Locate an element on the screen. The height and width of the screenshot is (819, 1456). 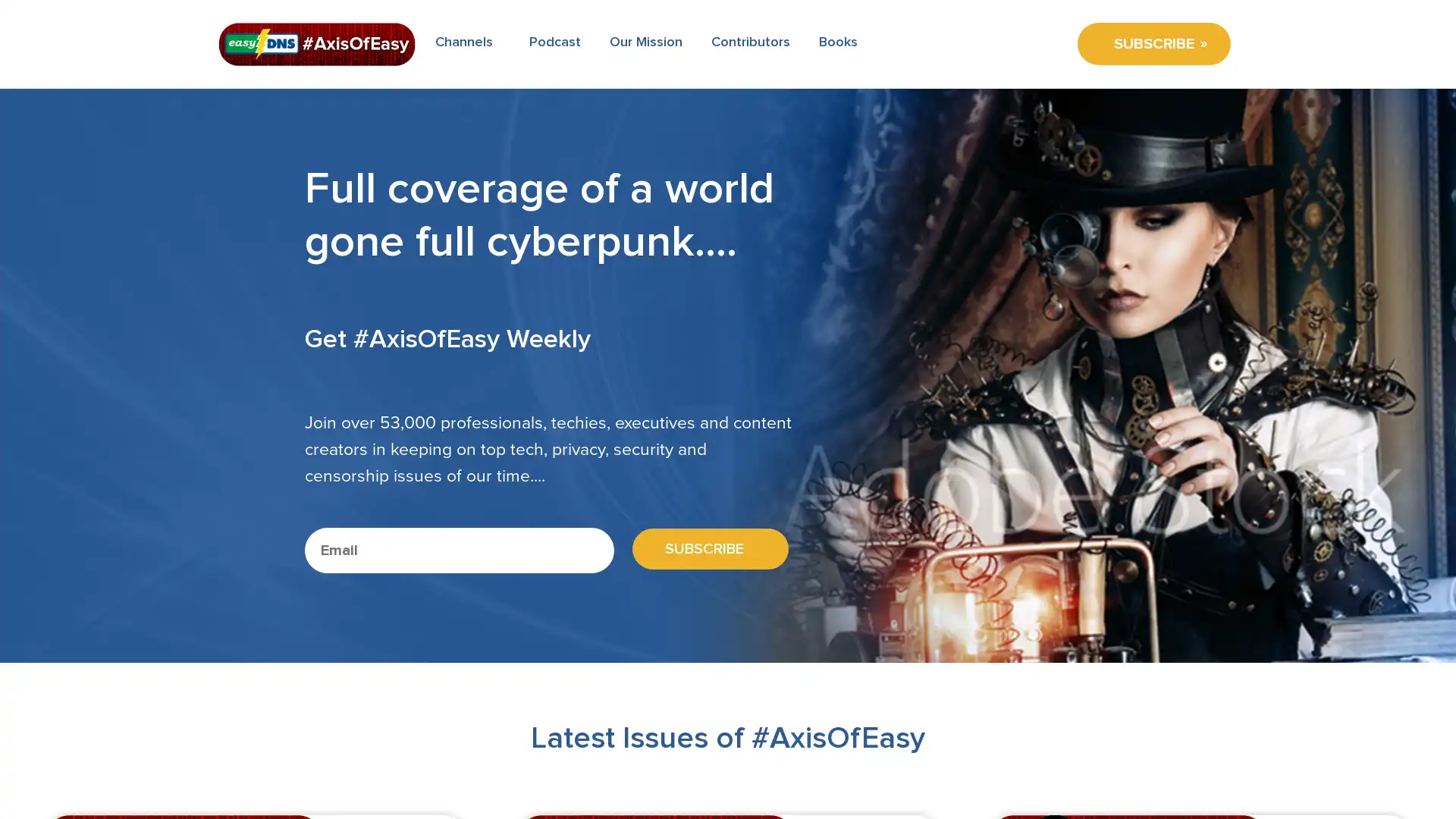
Subscribe is located at coordinates (704, 549).